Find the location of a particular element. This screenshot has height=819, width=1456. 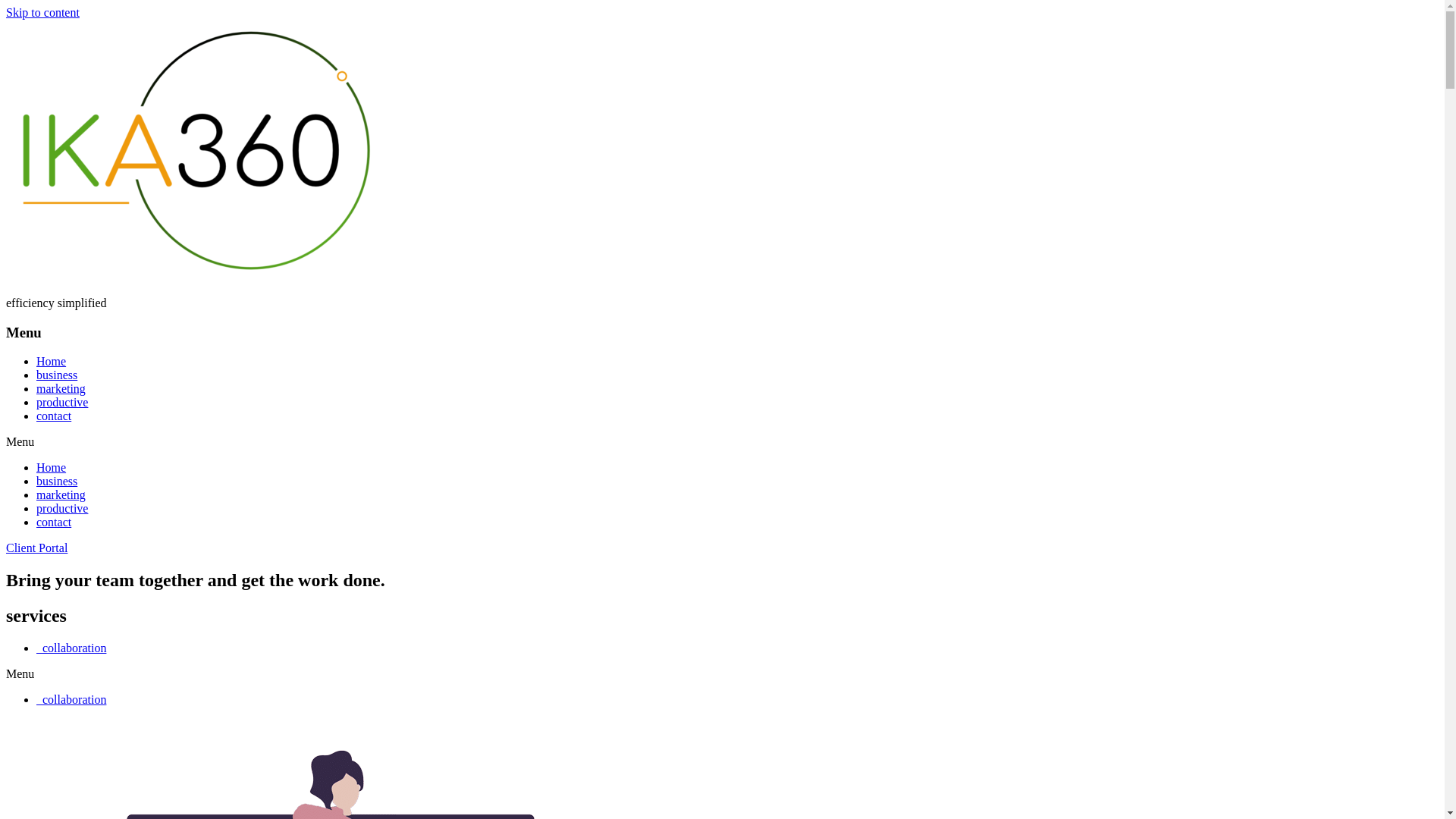

'  collaboration' is located at coordinates (36, 699).